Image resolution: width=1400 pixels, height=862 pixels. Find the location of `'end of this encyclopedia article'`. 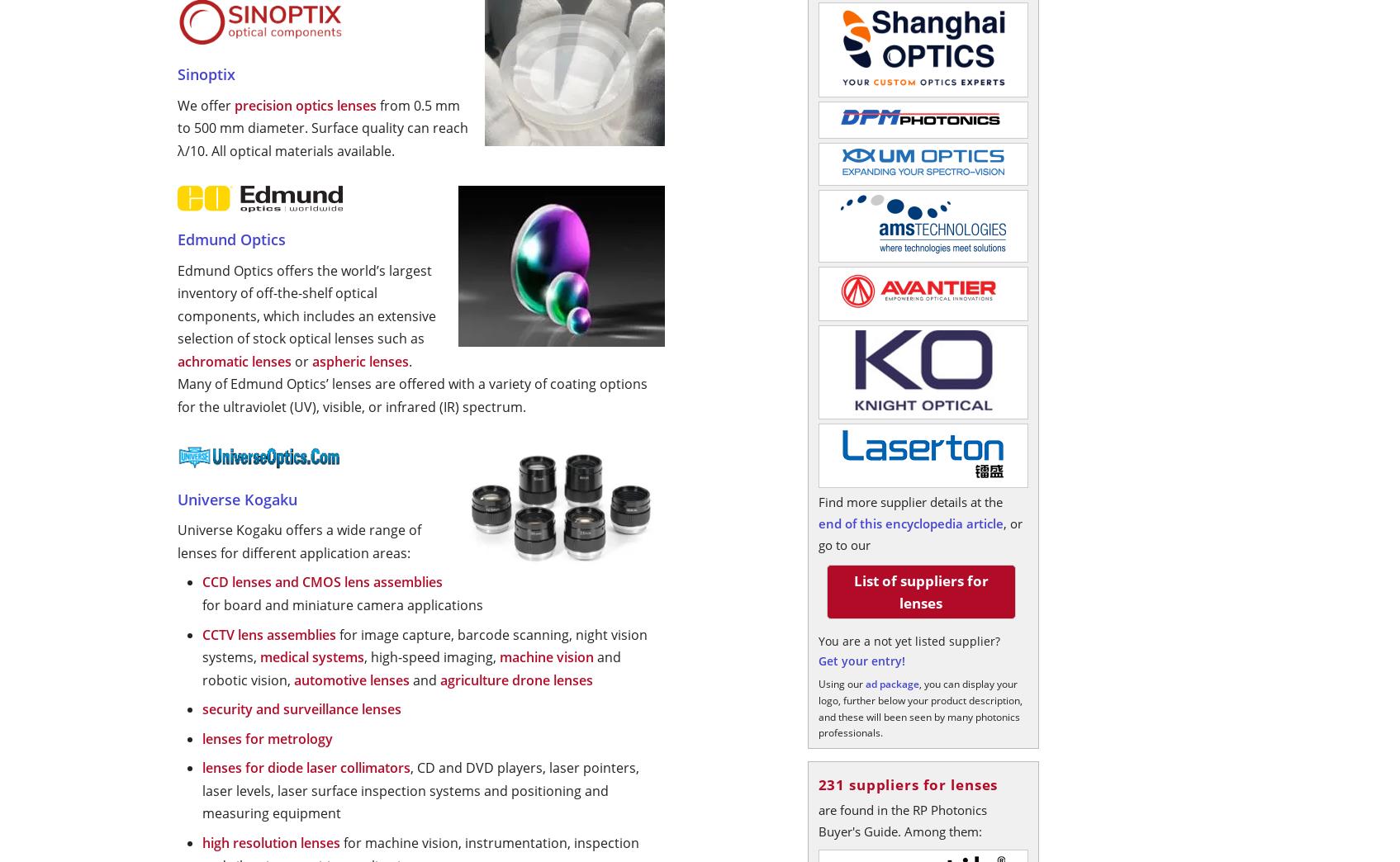

'end of this encyclopedia article' is located at coordinates (909, 523).